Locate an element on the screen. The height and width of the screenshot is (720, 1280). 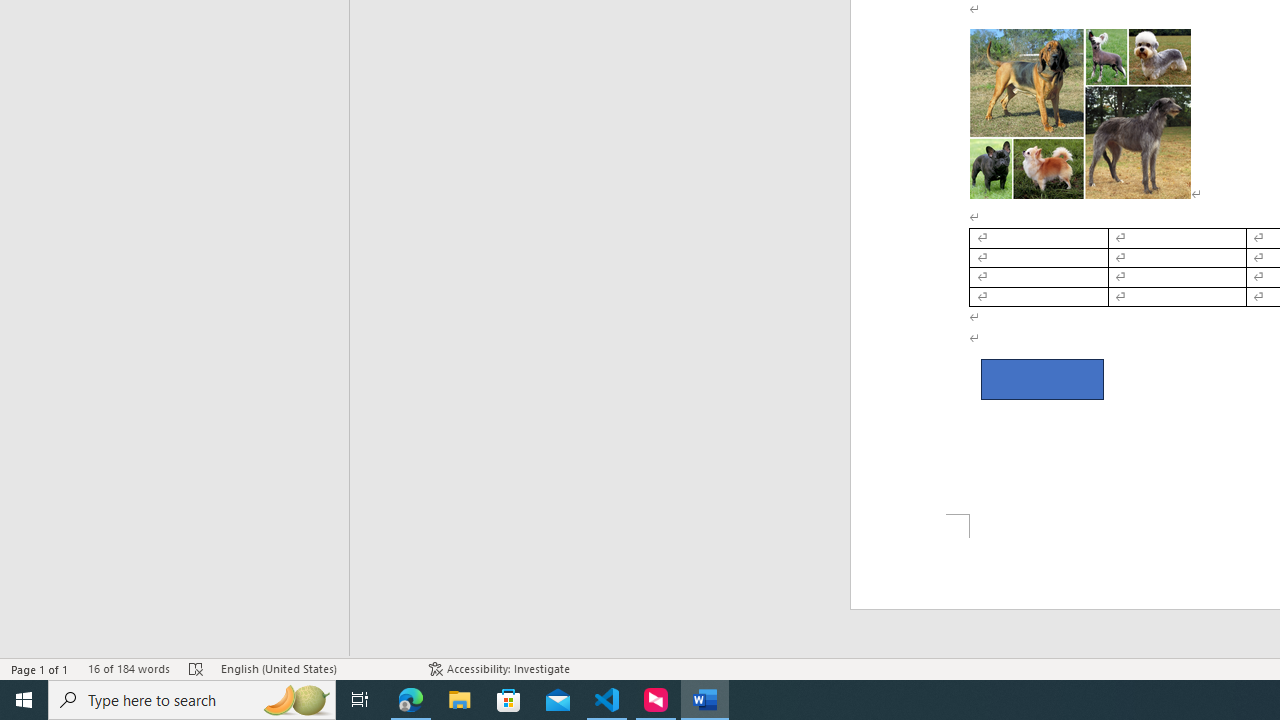
'Language English (United States)' is located at coordinates (314, 669).